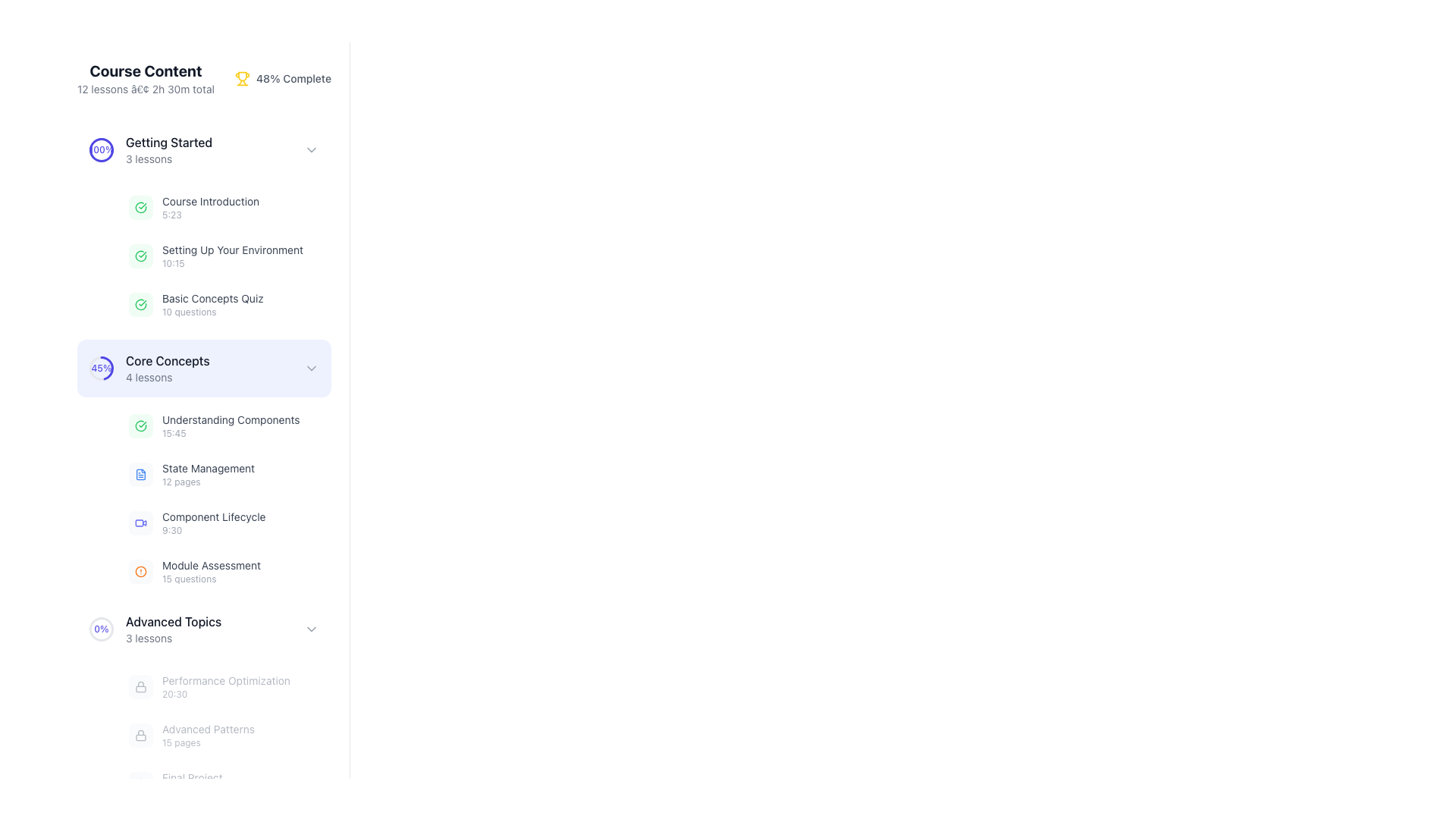  I want to click on the visual indicator icon for the 'Module Assessment' item, which is part of the 'Core Concepts' section and located to the left of the text 'Module Assessment', so click(141, 571).